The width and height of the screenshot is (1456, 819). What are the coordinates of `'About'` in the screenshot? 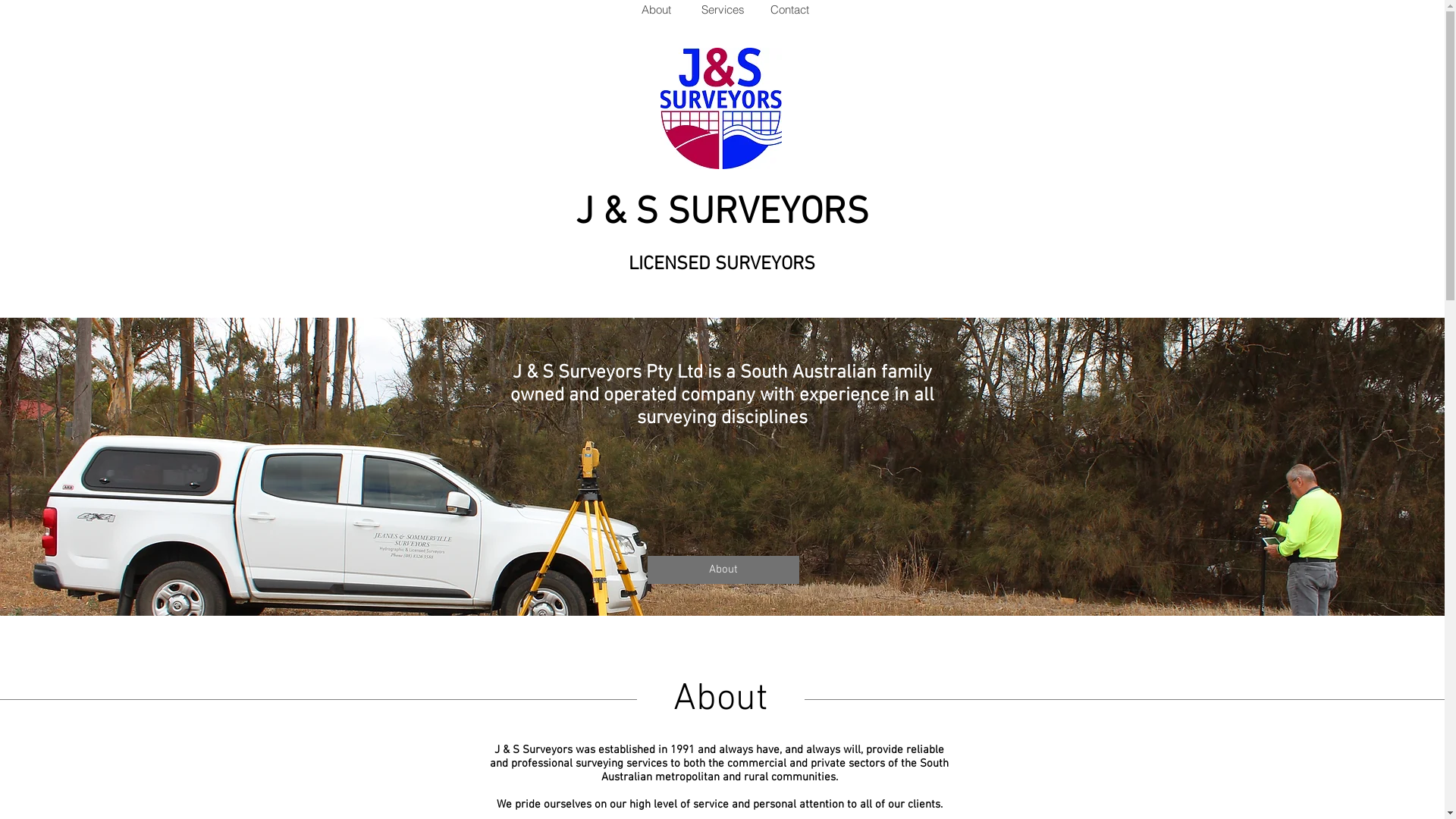 It's located at (655, 9).